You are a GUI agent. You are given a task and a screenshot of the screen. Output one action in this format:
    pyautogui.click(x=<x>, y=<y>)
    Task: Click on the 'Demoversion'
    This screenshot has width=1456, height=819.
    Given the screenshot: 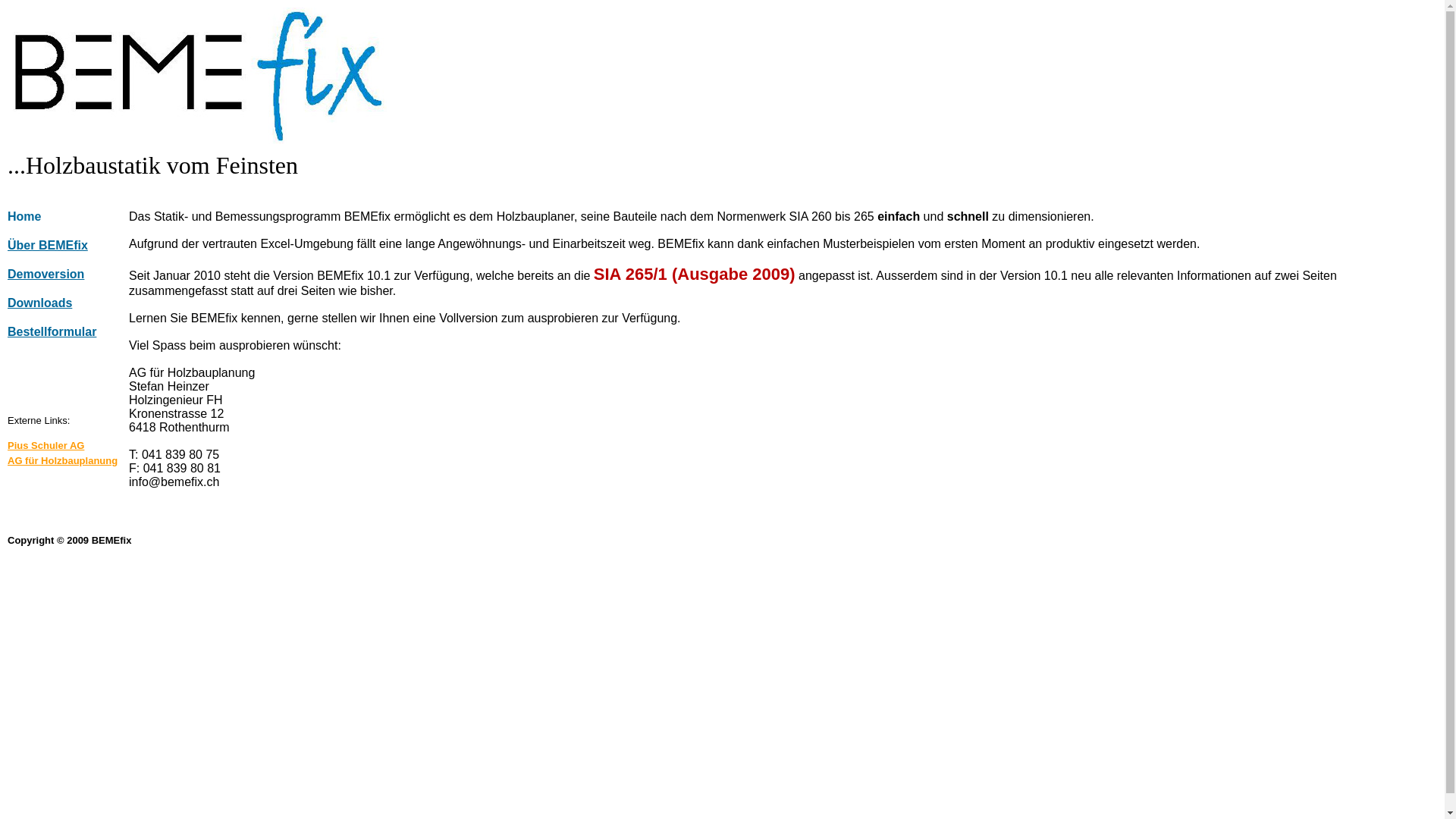 What is the action you would take?
    pyautogui.click(x=67, y=275)
    